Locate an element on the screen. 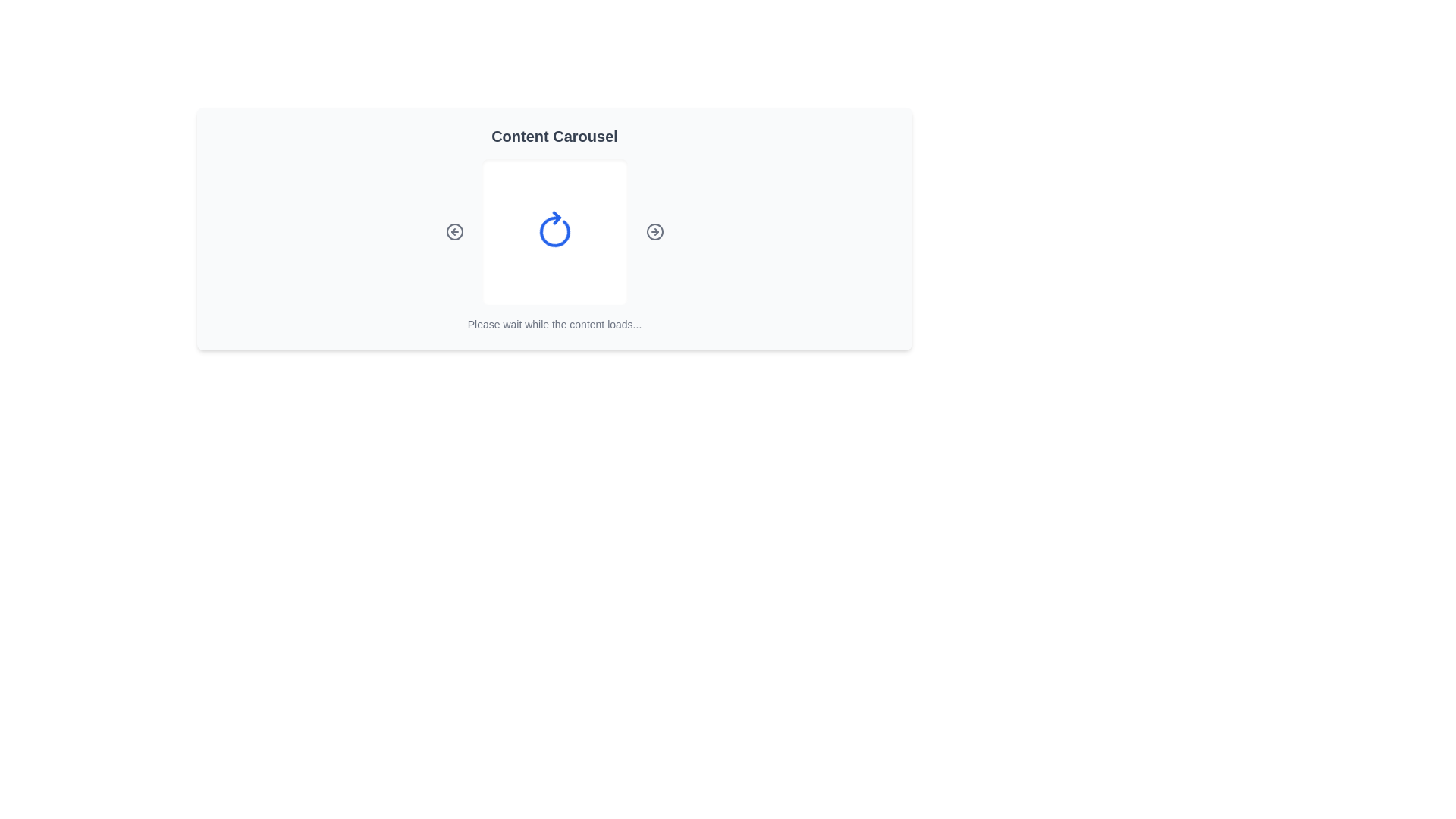  the rightmost navigation button that transitions to the next item in a carousel to change its color is located at coordinates (654, 231).